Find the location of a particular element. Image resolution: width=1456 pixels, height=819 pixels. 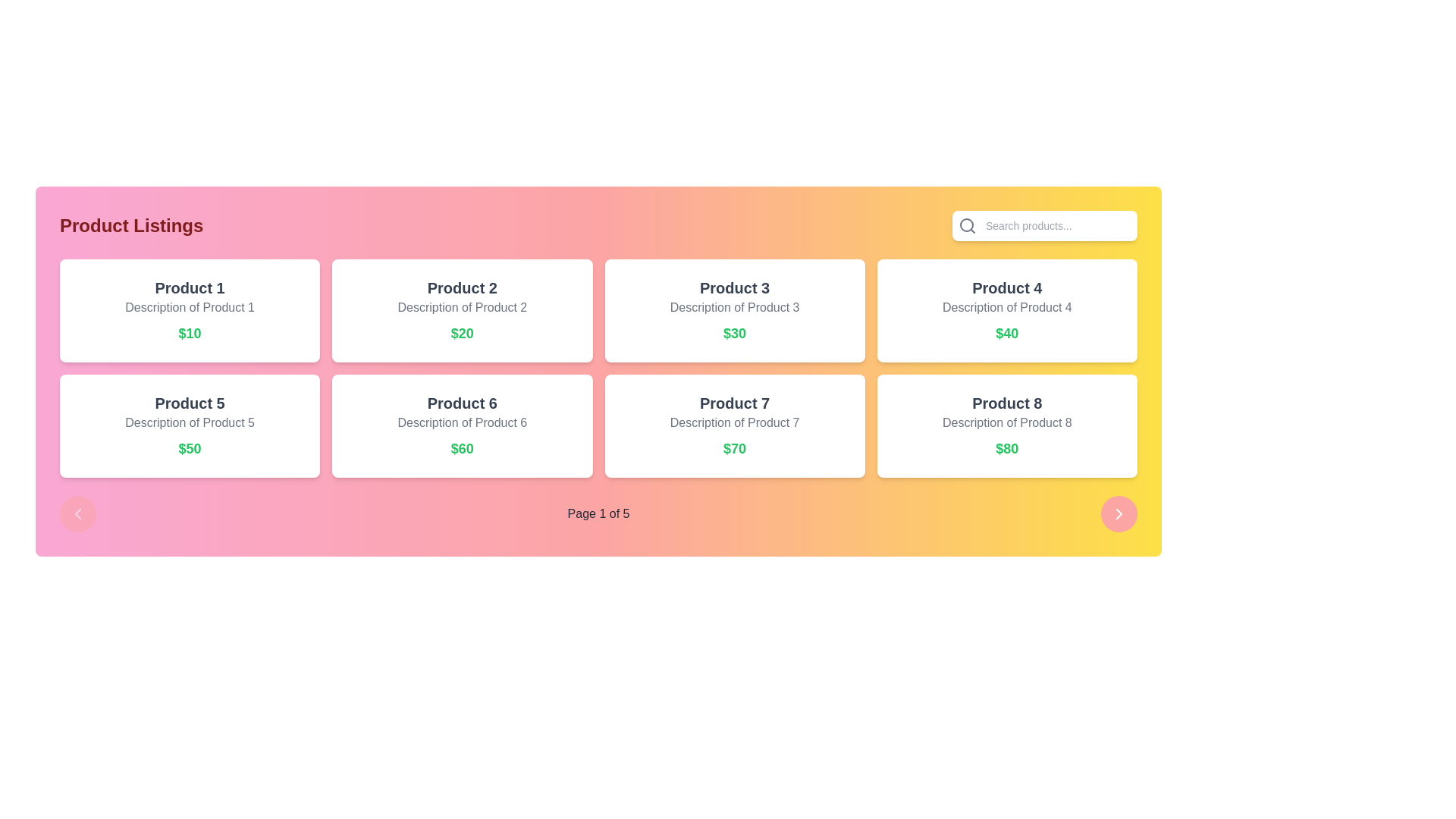

the price label displaying the value '$60' for the product represented by the card labeled 'Product 6', located in the second row and second column of the grid layout is located at coordinates (461, 447).